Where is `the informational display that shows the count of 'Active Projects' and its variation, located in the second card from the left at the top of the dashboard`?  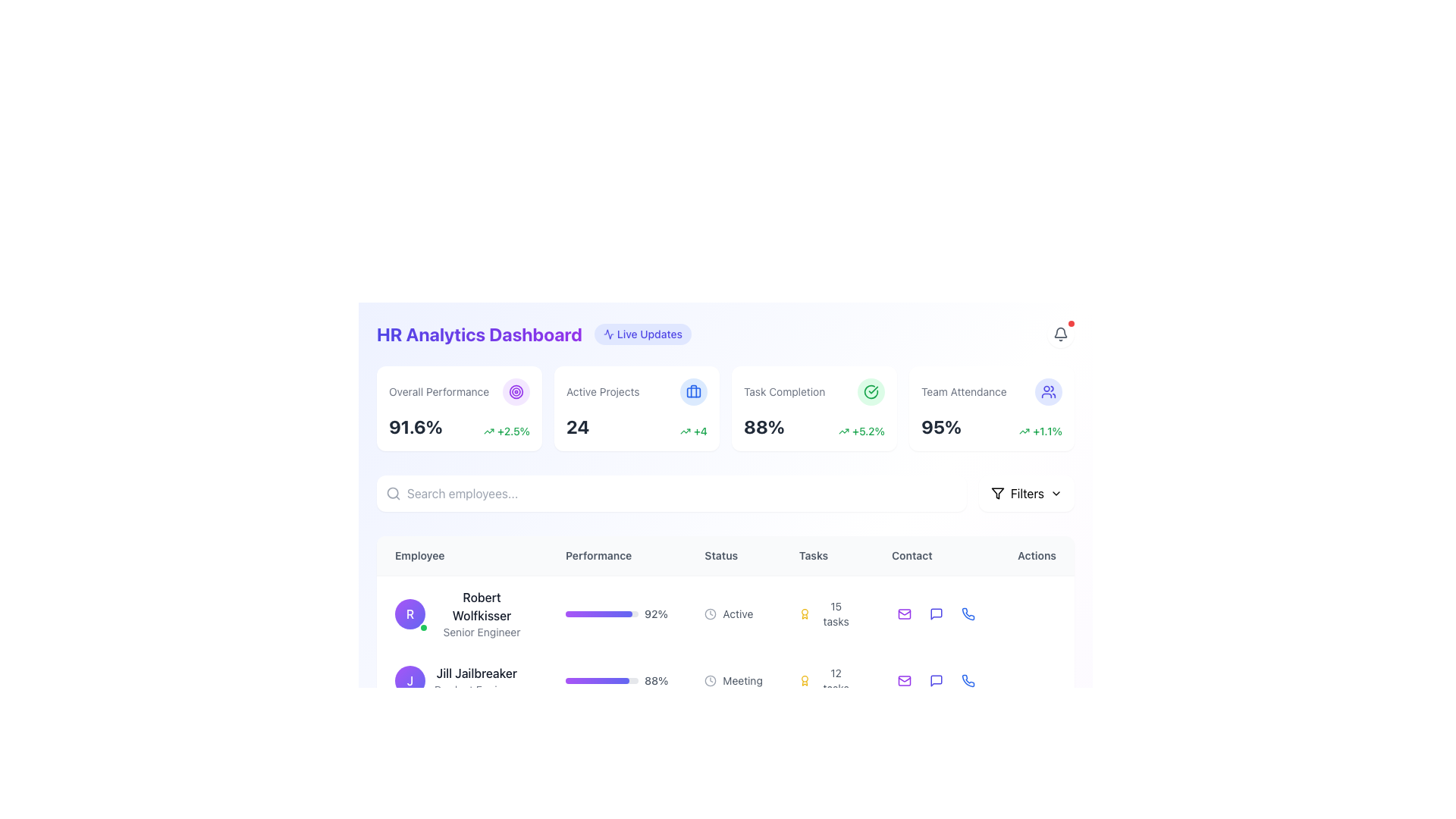
the informational display that shows the count of 'Active Projects' and its variation, located in the second card from the left at the top of the dashboard is located at coordinates (637, 427).